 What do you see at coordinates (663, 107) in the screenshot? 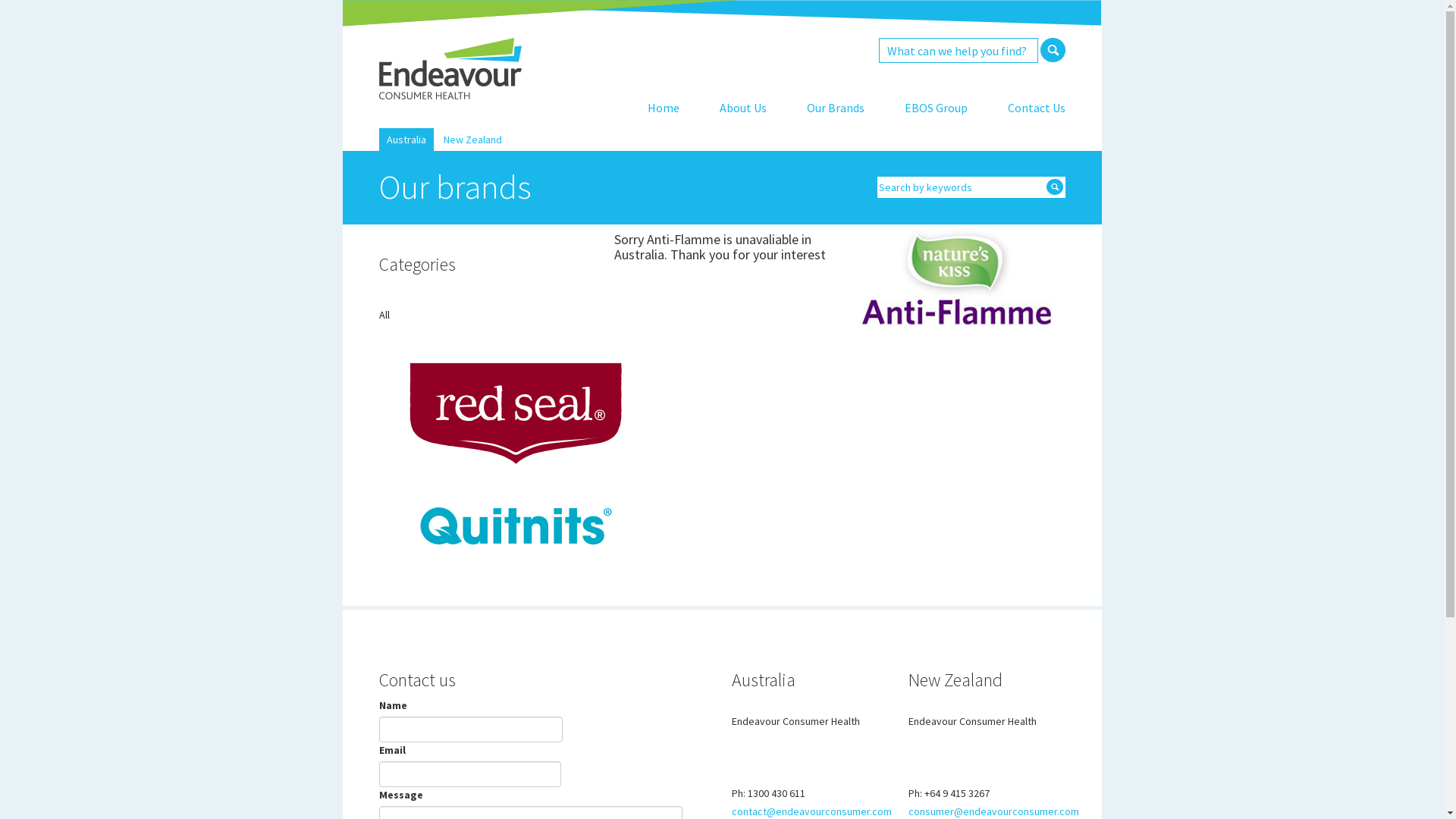
I see `'Home'` at bounding box center [663, 107].